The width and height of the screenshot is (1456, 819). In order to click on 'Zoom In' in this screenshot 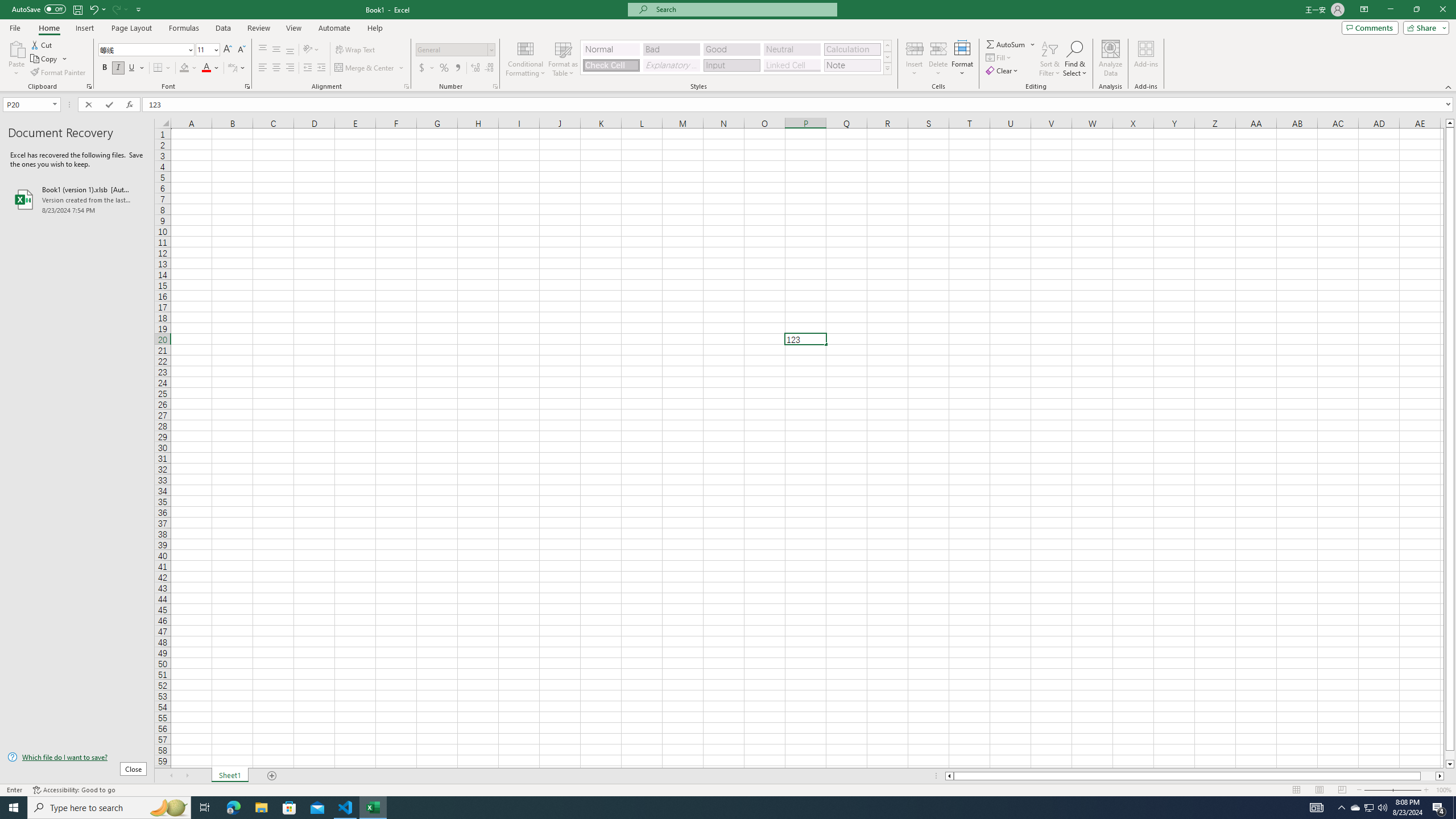, I will do `click(1426, 790)`.